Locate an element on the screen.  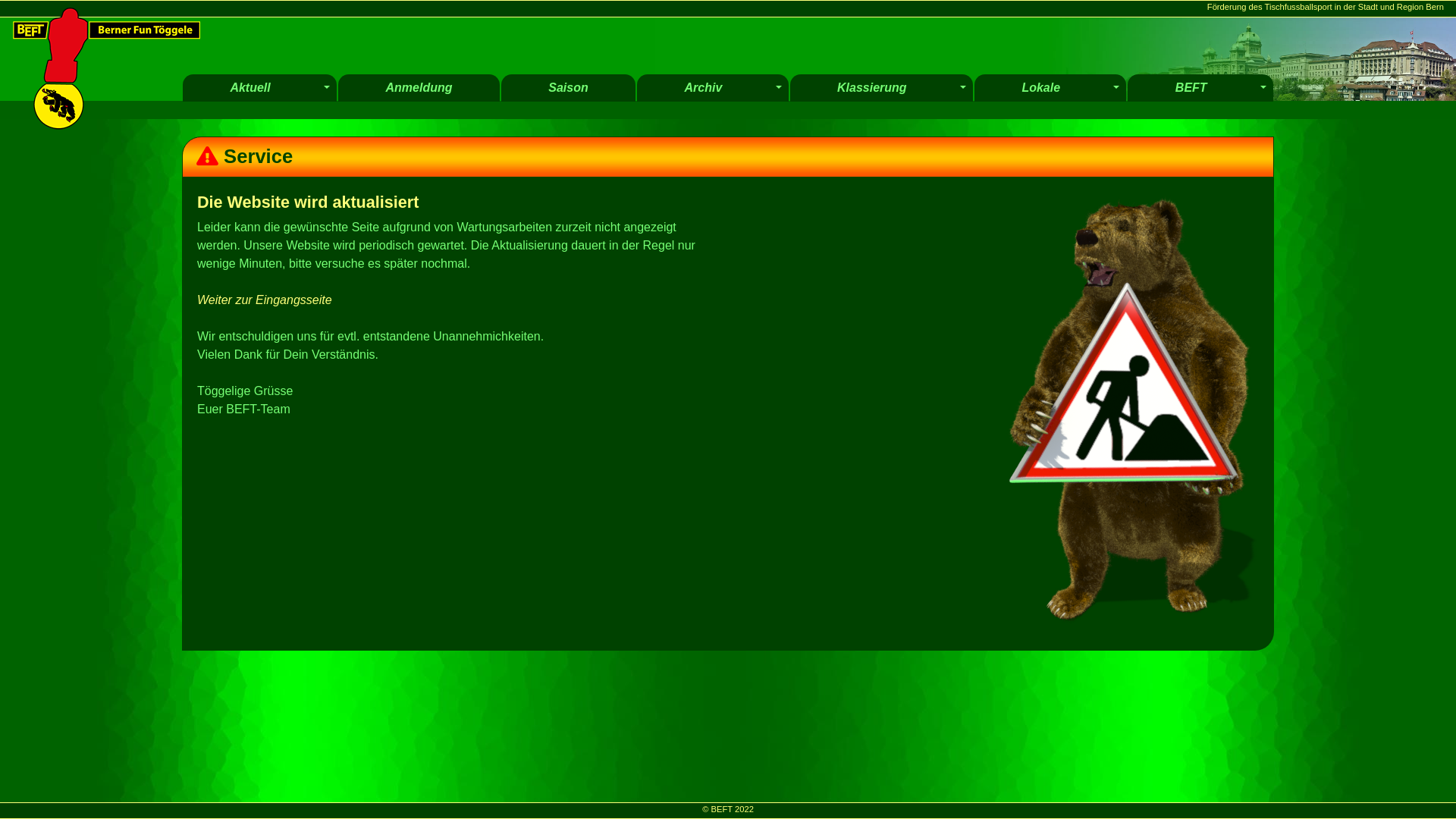
'Saison' is located at coordinates (501, 87).